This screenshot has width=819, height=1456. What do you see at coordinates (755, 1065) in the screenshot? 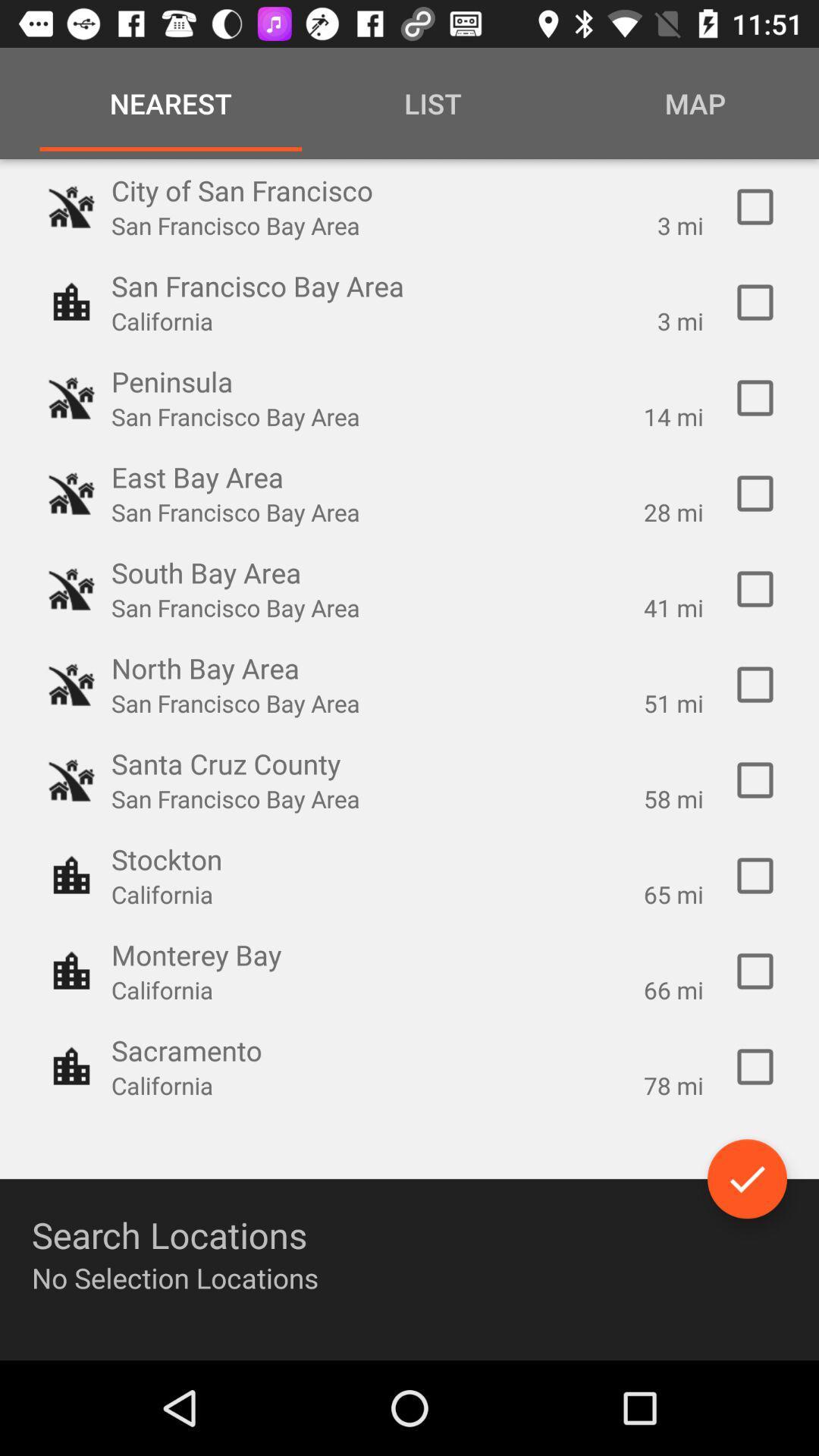
I see `the location` at bounding box center [755, 1065].